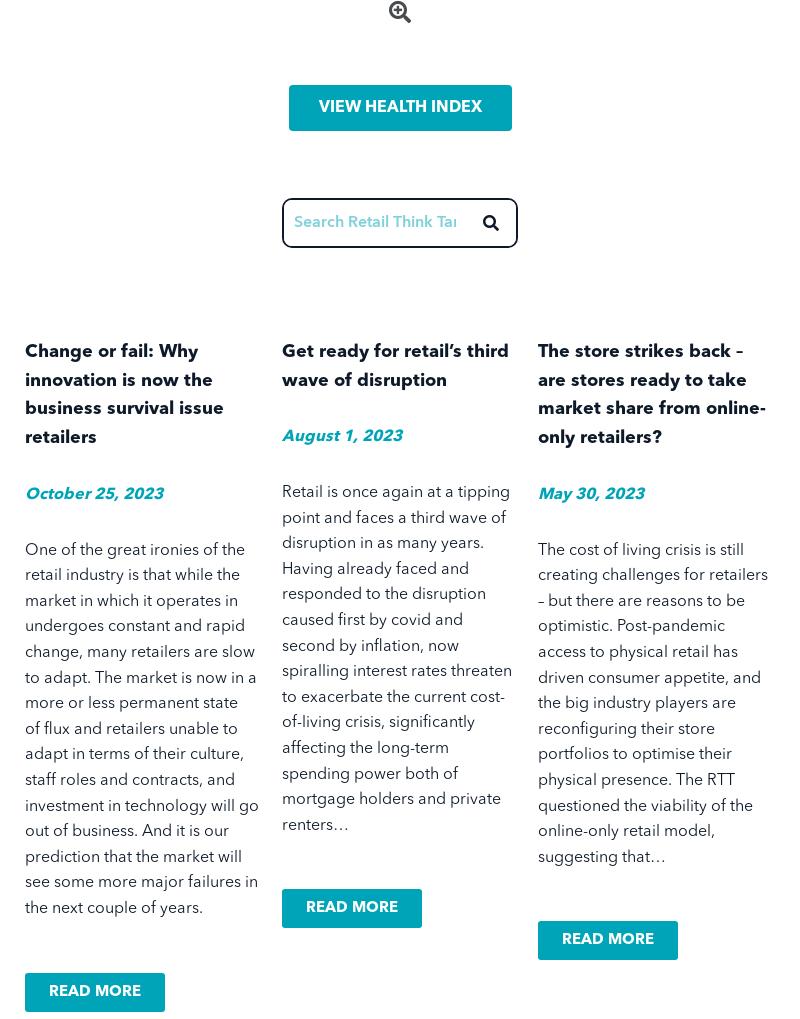 The height and width of the screenshot is (1019, 800). I want to click on 'The market is now in a more or less permanent state of', so click(140, 703).